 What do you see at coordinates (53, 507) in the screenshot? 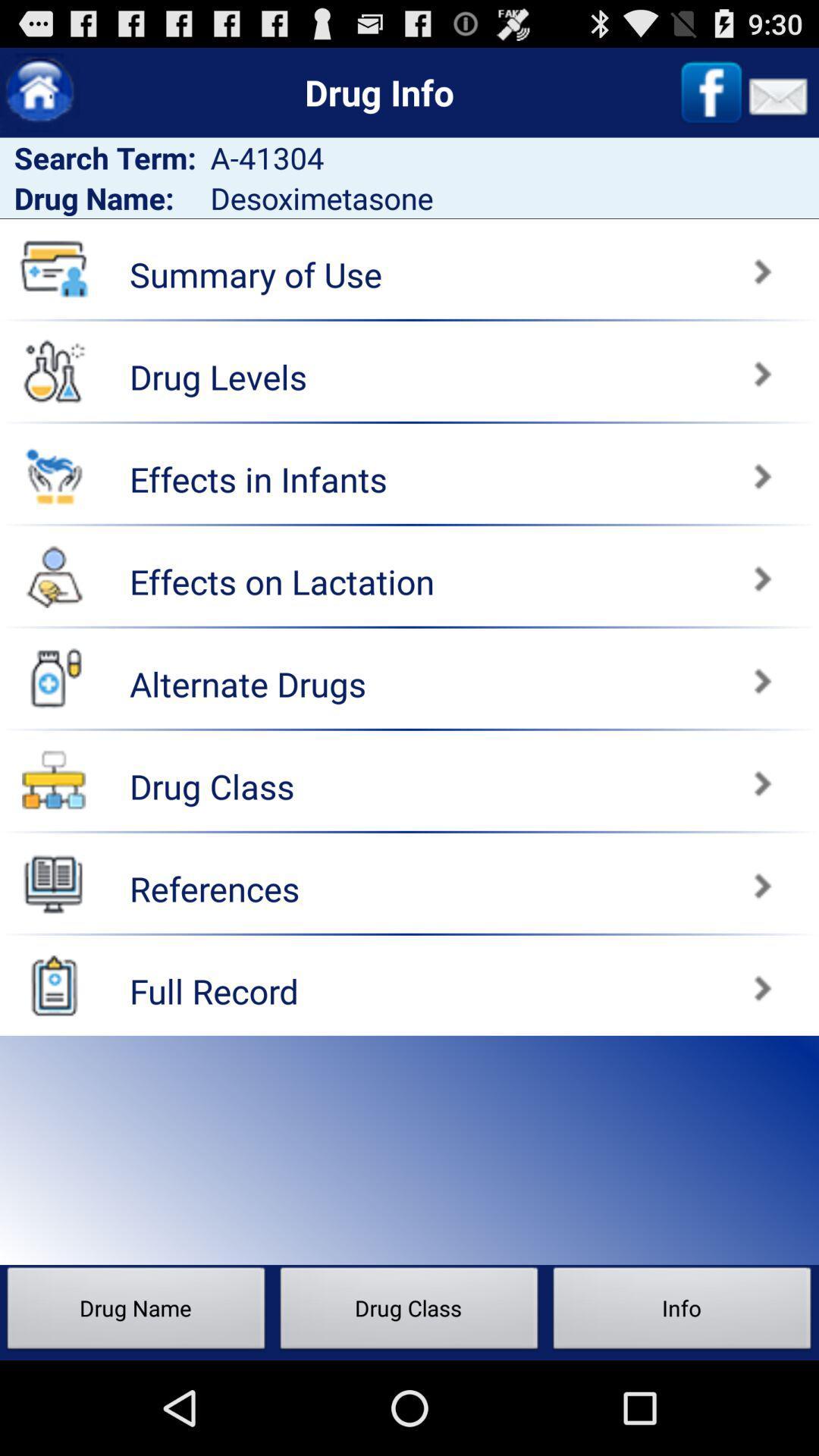
I see `the emoji icon` at bounding box center [53, 507].